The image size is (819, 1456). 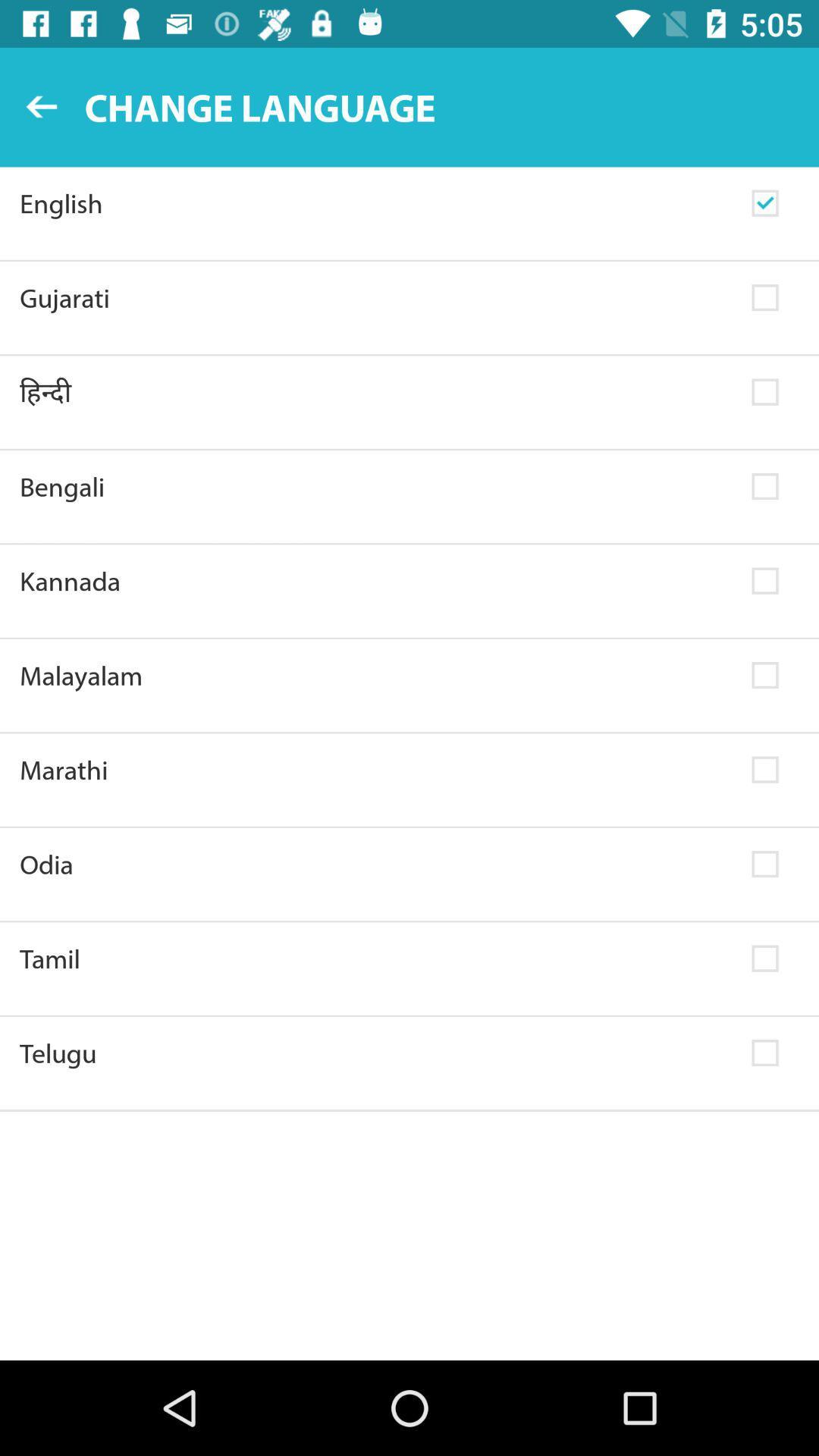 What do you see at coordinates (375, 864) in the screenshot?
I see `odia` at bounding box center [375, 864].